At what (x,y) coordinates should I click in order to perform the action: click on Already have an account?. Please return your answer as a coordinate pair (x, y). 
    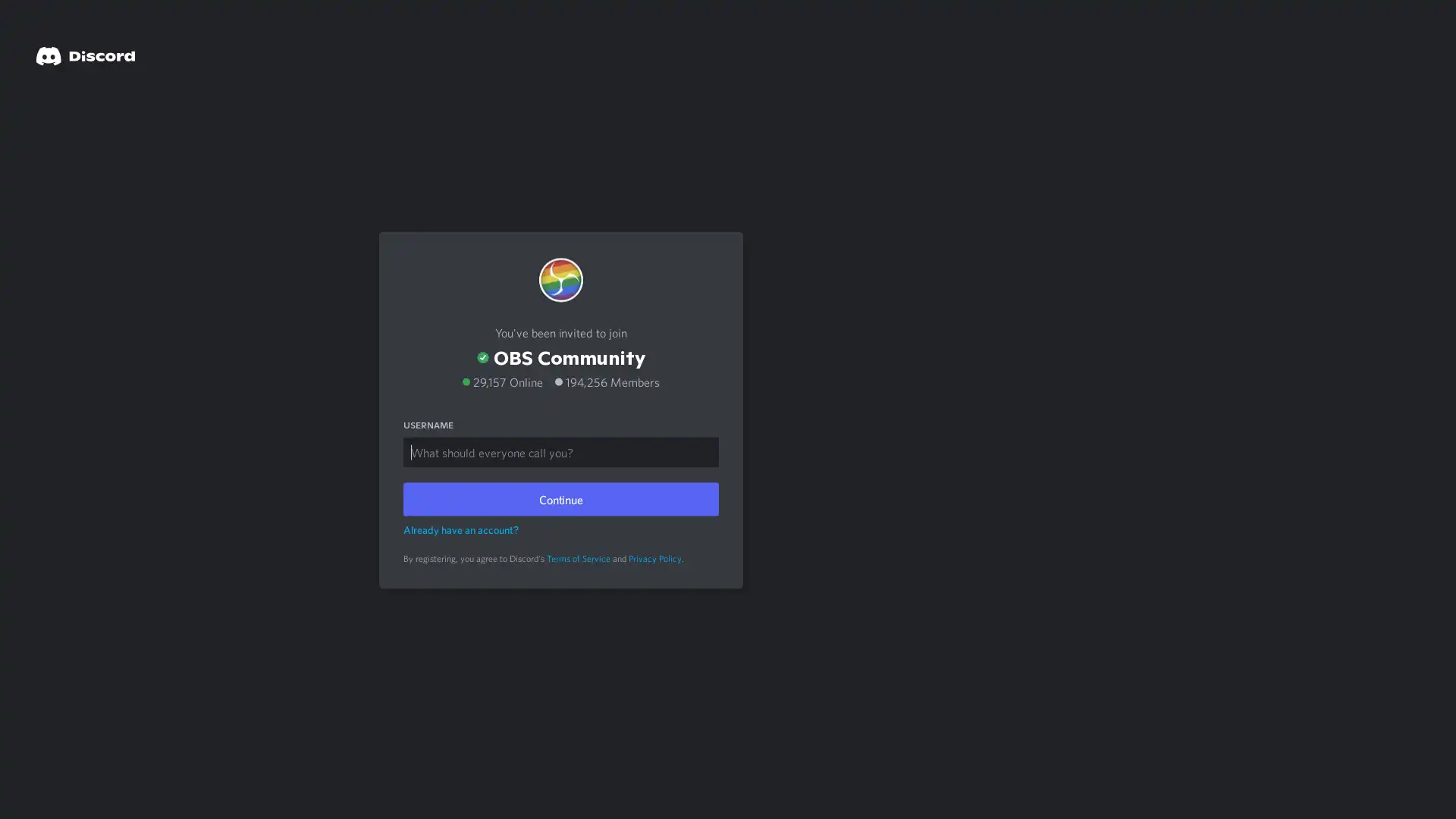
    Looking at the image, I should click on (460, 528).